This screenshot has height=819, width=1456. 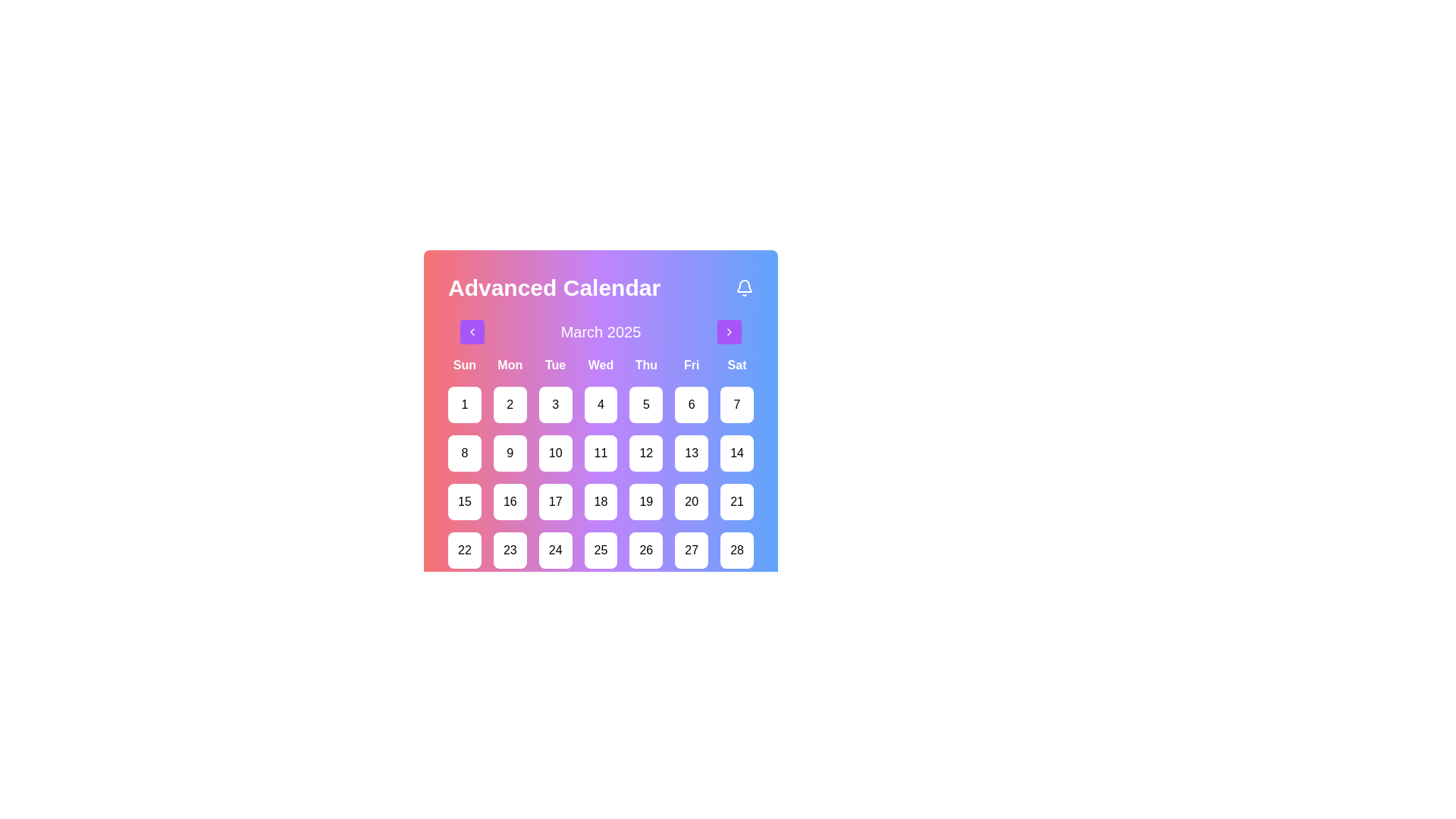 What do you see at coordinates (510, 502) in the screenshot?
I see `the square button with rounded corners displaying the number '16' in the fourth row and second column of the calendar grid` at bounding box center [510, 502].